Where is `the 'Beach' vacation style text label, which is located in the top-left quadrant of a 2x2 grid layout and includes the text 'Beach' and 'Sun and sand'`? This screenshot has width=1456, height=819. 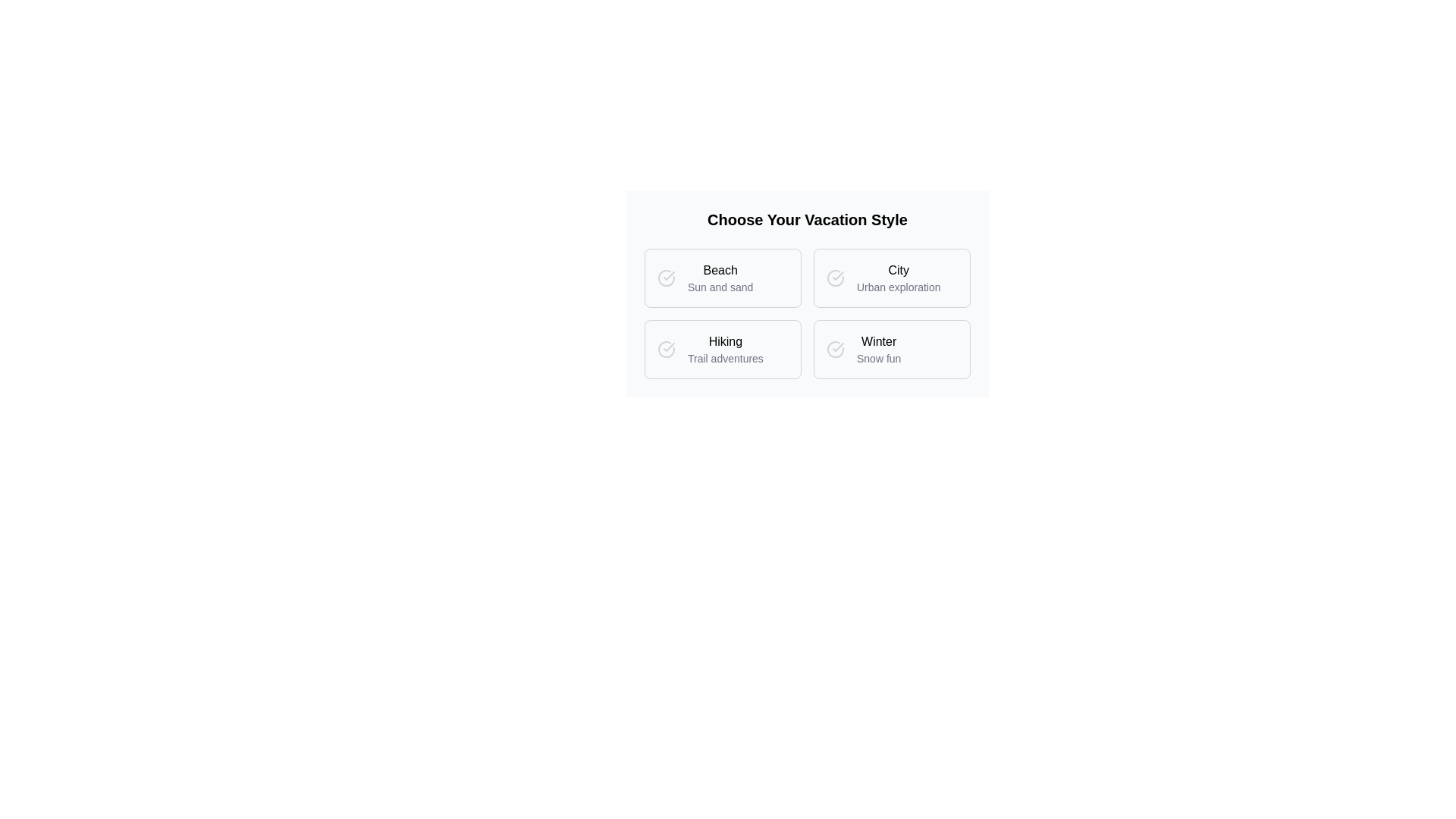 the 'Beach' vacation style text label, which is located in the top-left quadrant of a 2x2 grid layout and includes the text 'Beach' and 'Sun and sand' is located at coordinates (720, 278).